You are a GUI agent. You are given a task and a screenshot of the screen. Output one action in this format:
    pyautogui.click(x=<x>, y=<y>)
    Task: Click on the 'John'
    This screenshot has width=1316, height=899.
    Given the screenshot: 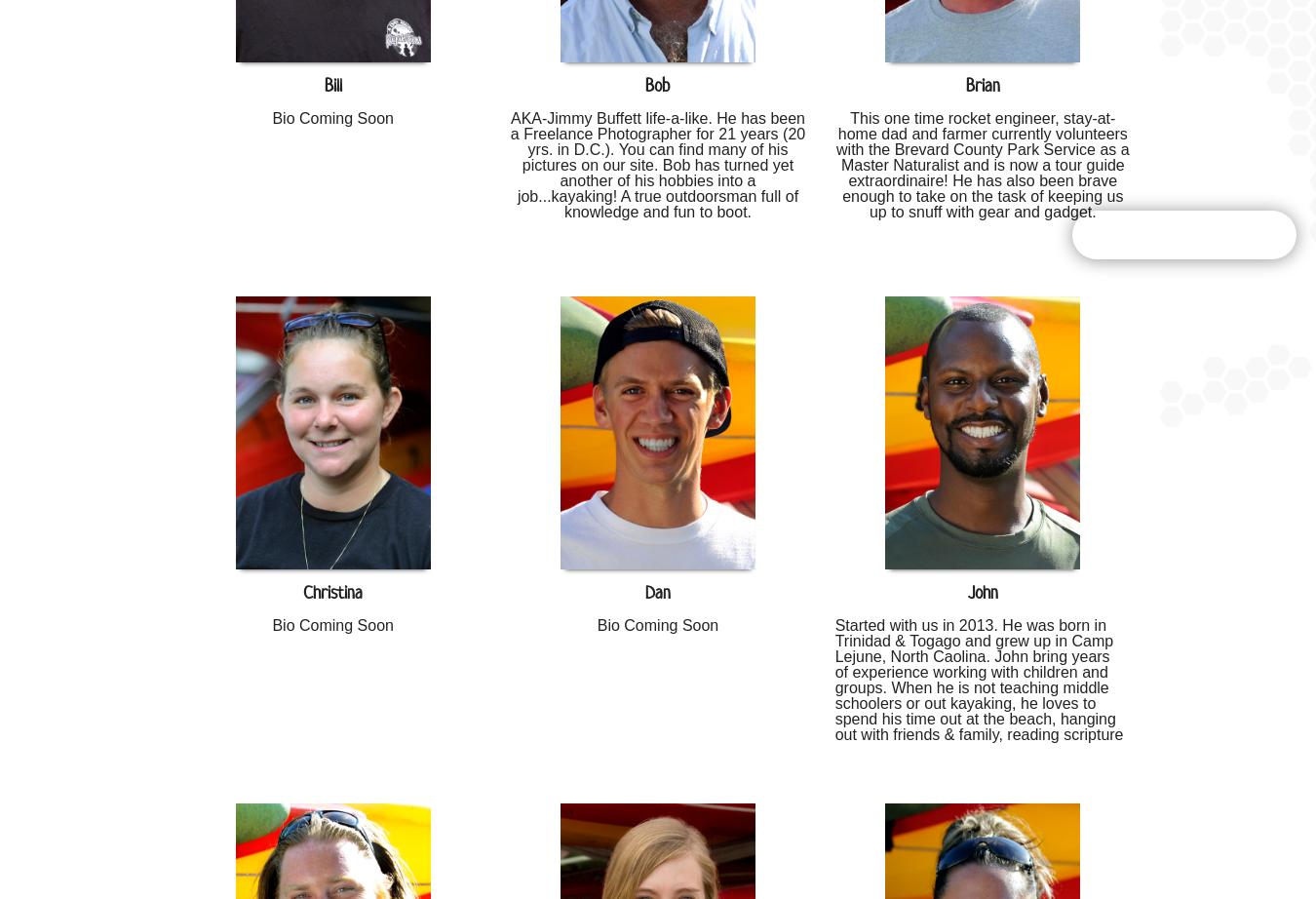 What is the action you would take?
    pyautogui.click(x=981, y=592)
    